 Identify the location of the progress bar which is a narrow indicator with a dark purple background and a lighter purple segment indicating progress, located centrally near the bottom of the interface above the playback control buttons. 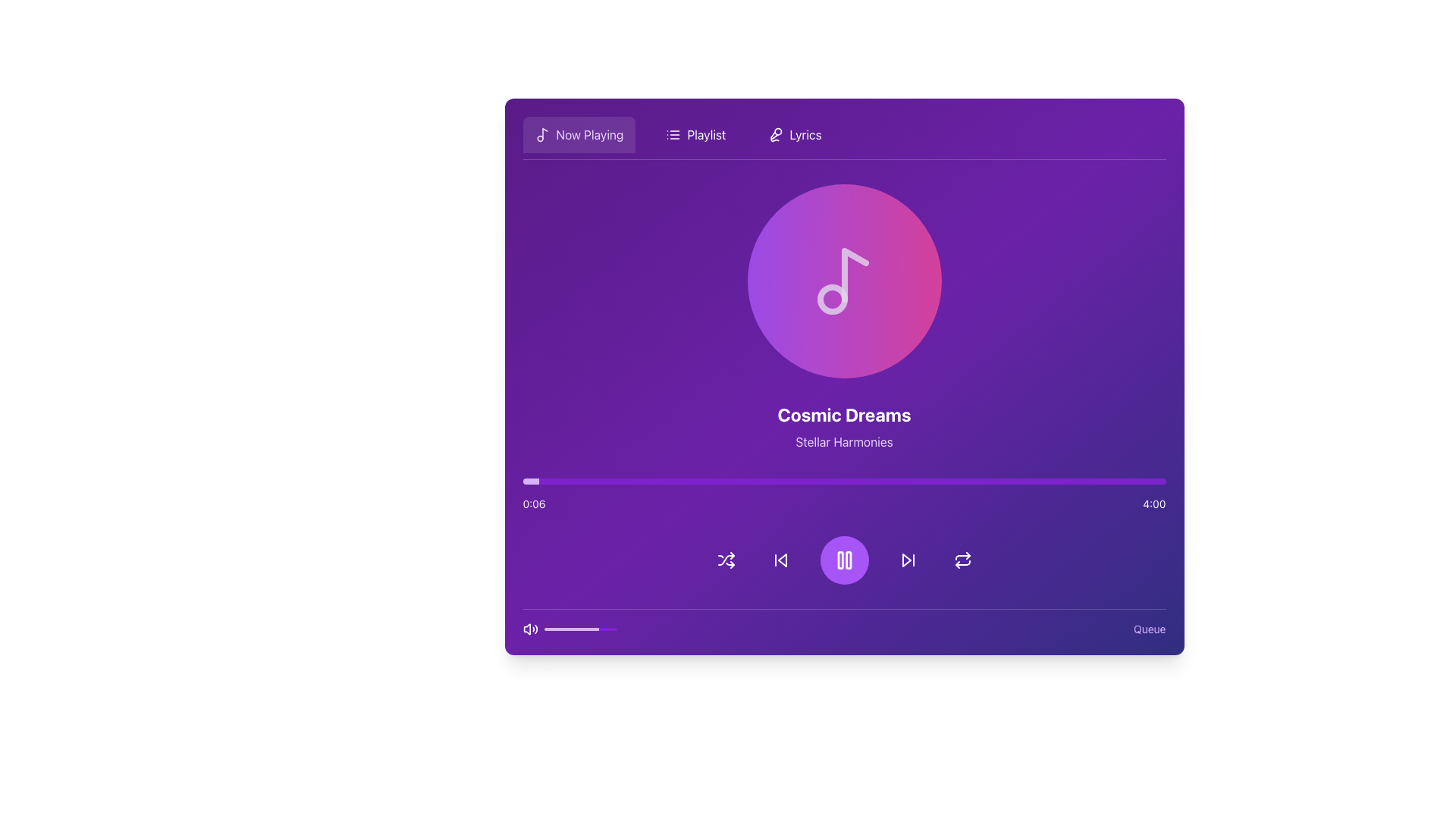
(843, 482).